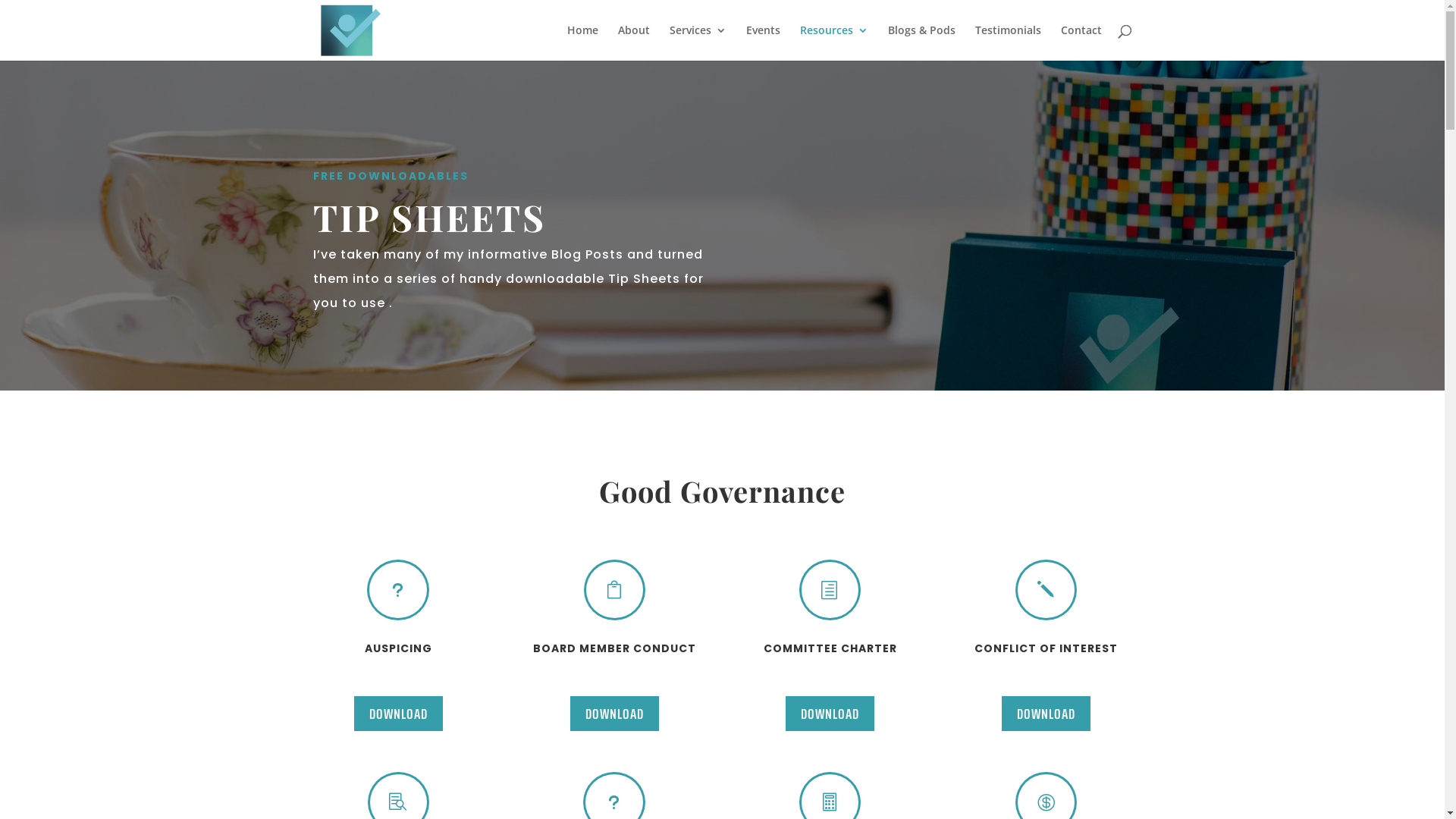 The image size is (1456, 819). What do you see at coordinates (1059, 42) in the screenshot?
I see `'Contact'` at bounding box center [1059, 42].